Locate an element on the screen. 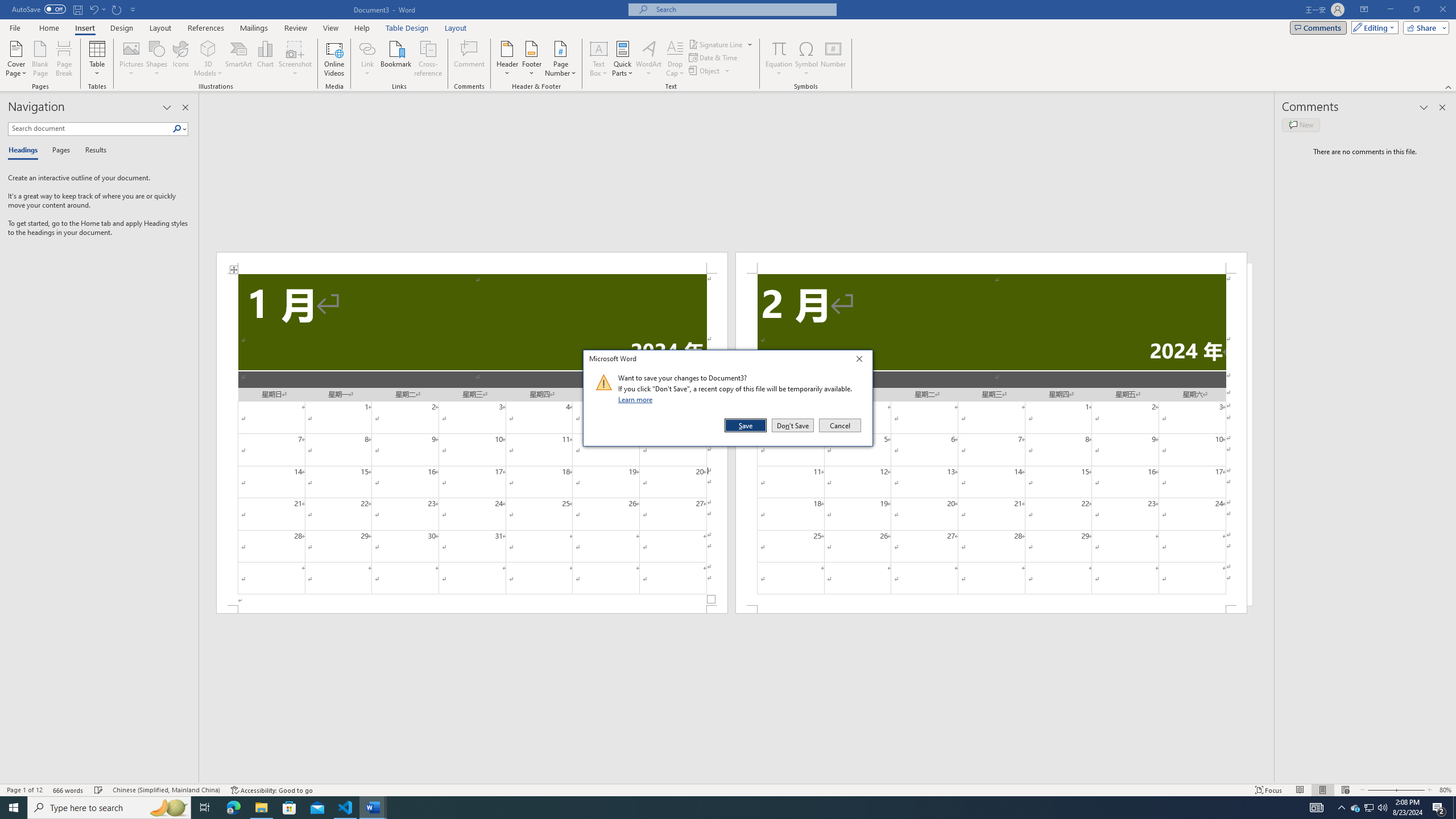 The height and width of the screenshot is (819, 1456). 'AutomationID: 4105' is located at coordinates (1317, 806).